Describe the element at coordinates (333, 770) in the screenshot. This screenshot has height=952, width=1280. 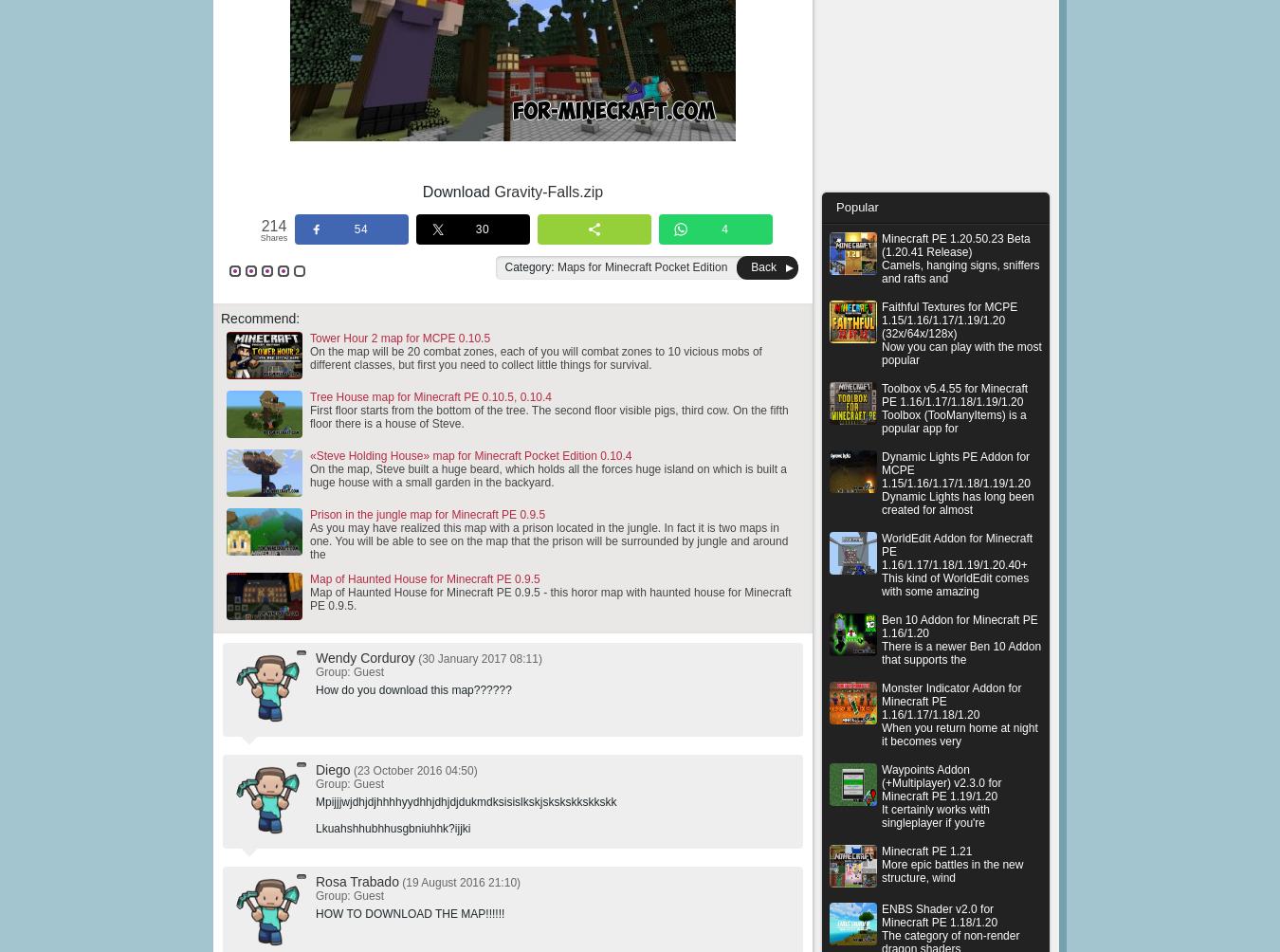
I see `'Diego'` at that location.